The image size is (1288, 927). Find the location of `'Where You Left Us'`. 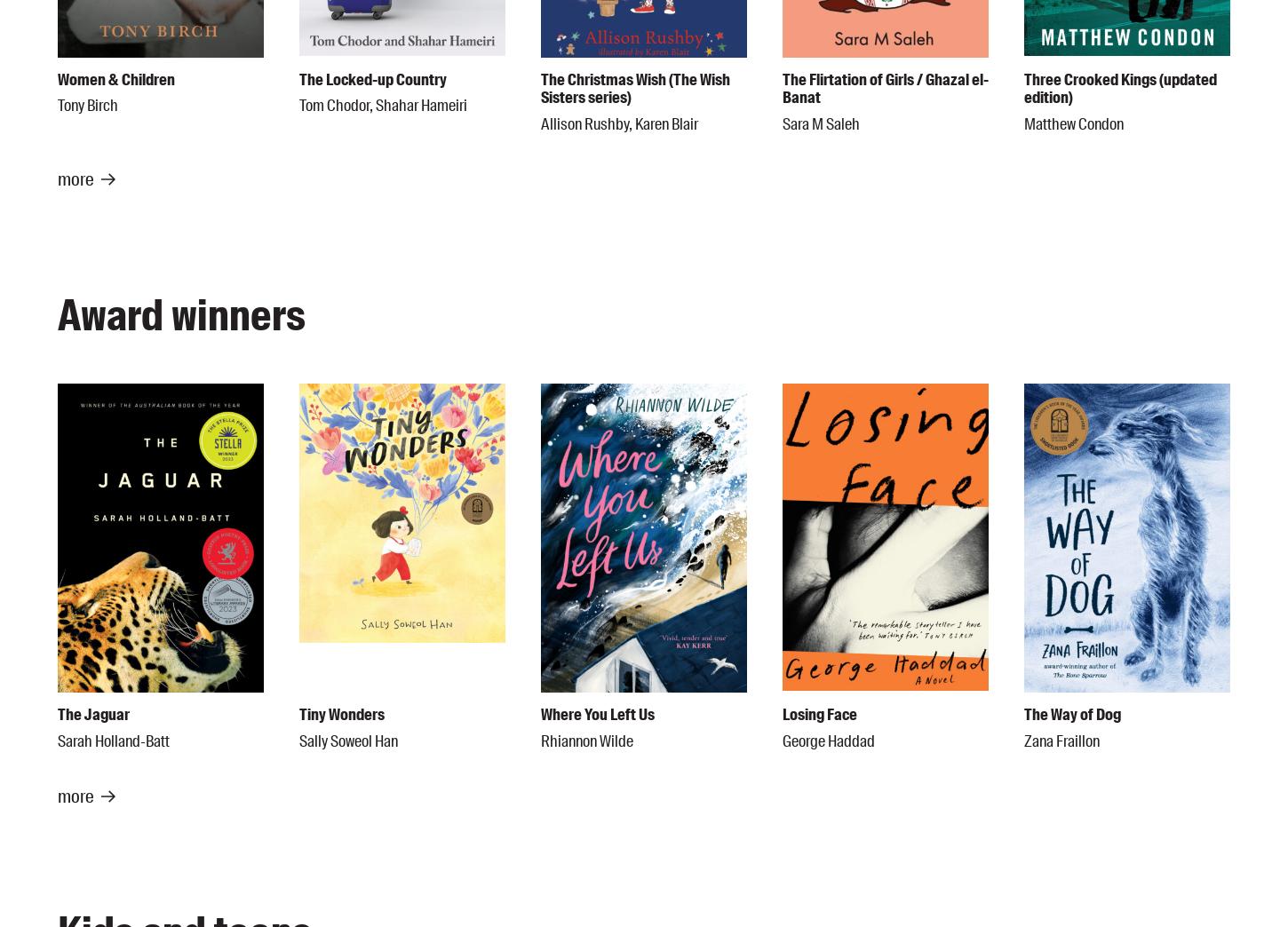

'Where You Left Us' is located at coordinates (596, 714).